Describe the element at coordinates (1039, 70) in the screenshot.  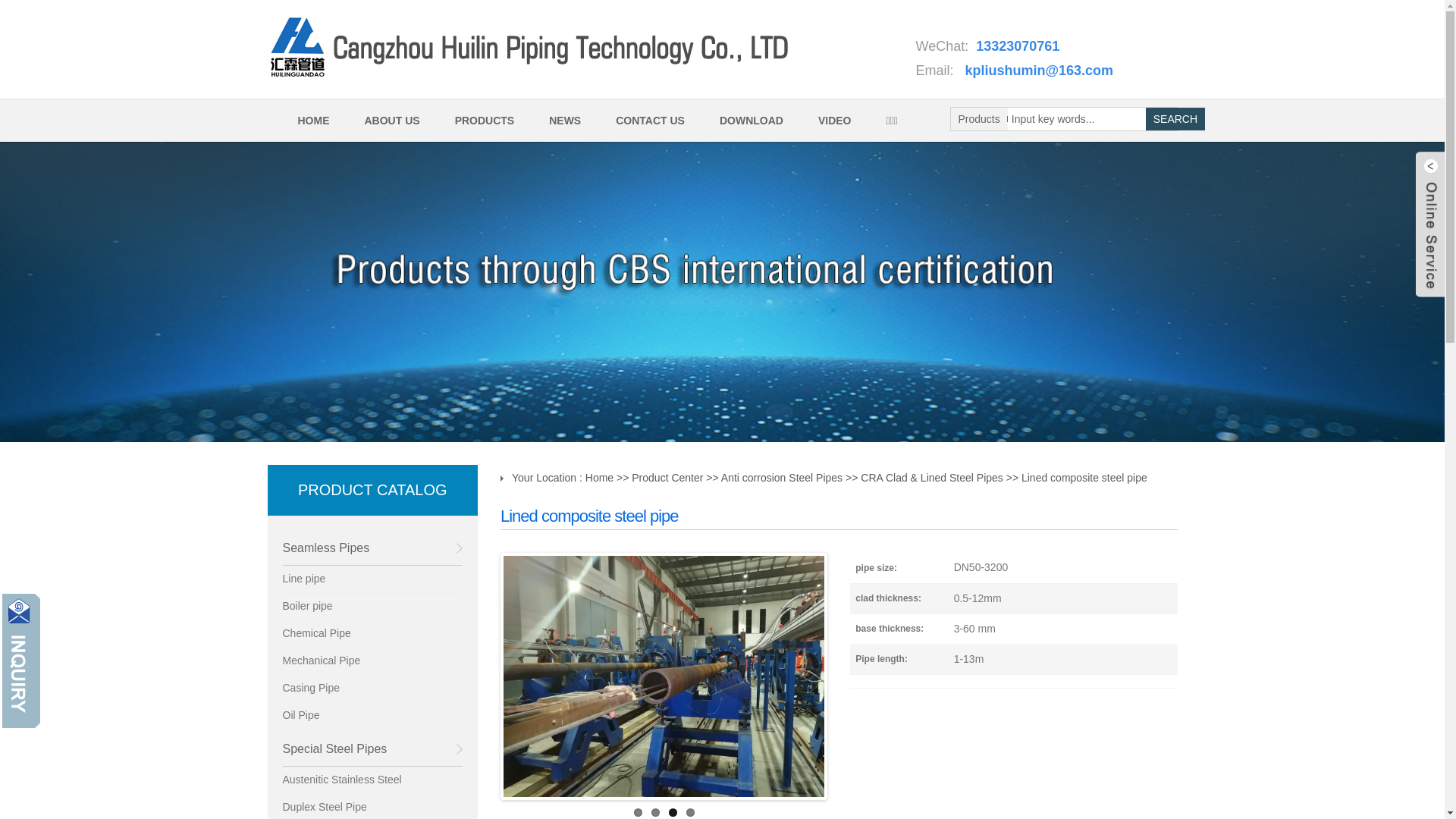
I see `'kpliushumin@163.com'` at that location.